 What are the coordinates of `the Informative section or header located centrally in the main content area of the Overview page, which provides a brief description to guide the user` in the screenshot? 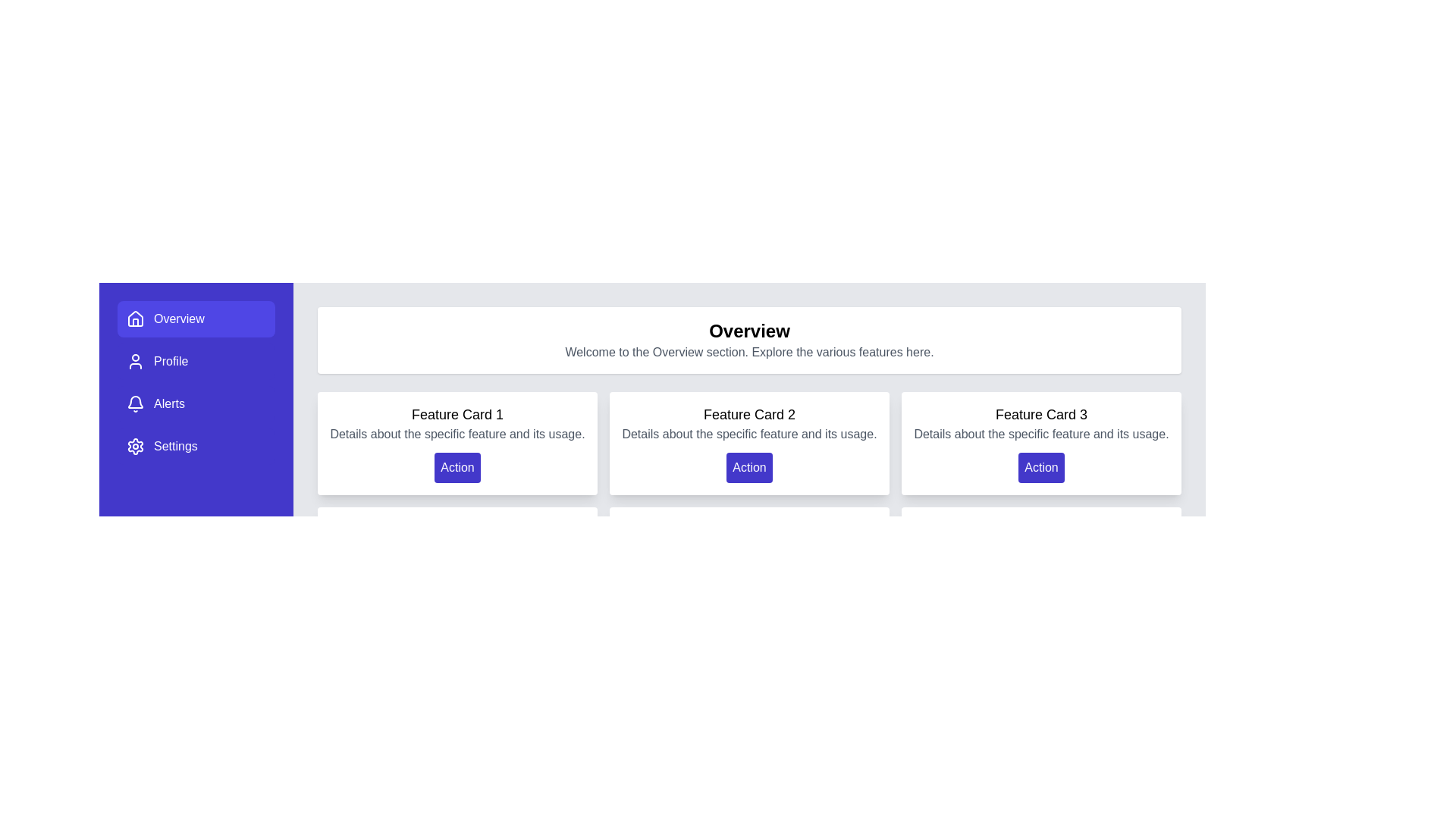 It's located at (749, 339).